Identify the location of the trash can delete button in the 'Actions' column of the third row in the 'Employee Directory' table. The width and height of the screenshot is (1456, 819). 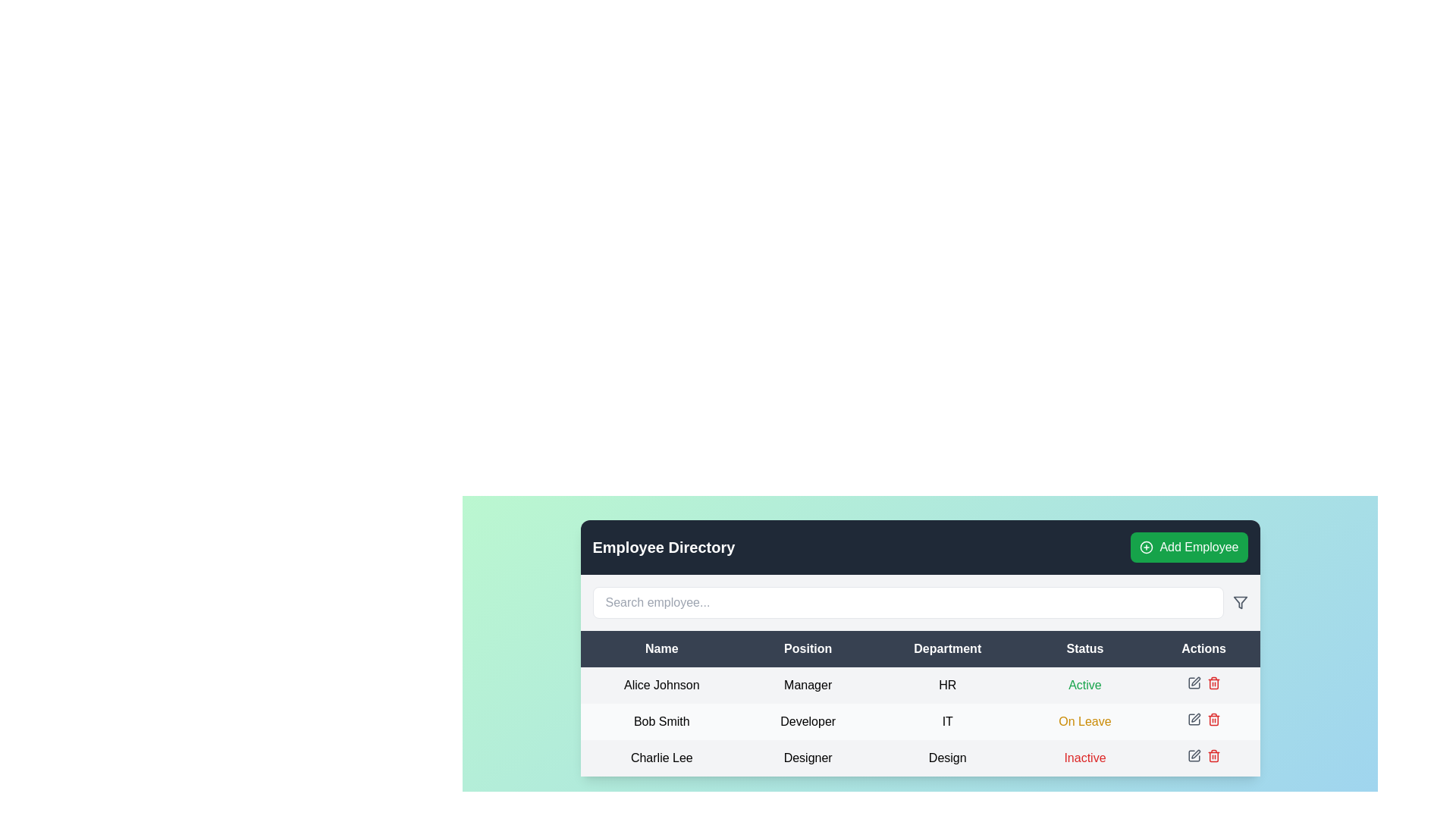
(1213, 718).